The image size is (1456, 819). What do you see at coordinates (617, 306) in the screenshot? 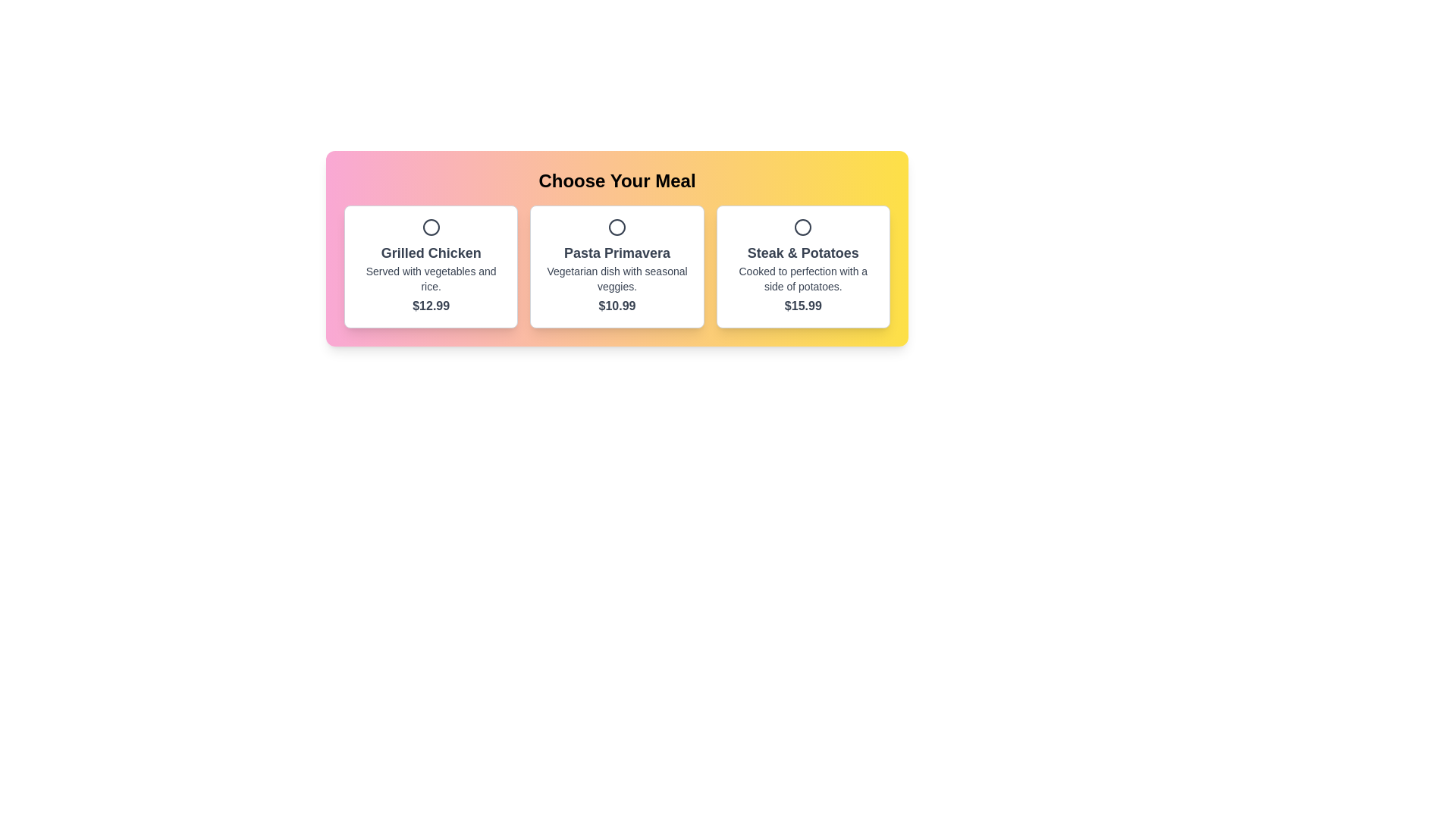
I see `the text label displaying the price '$10.99' for the 'Pasta Primavera' dish, which is styled in bold and positioned centrally beneath its description` at bounding box center [617, 306].